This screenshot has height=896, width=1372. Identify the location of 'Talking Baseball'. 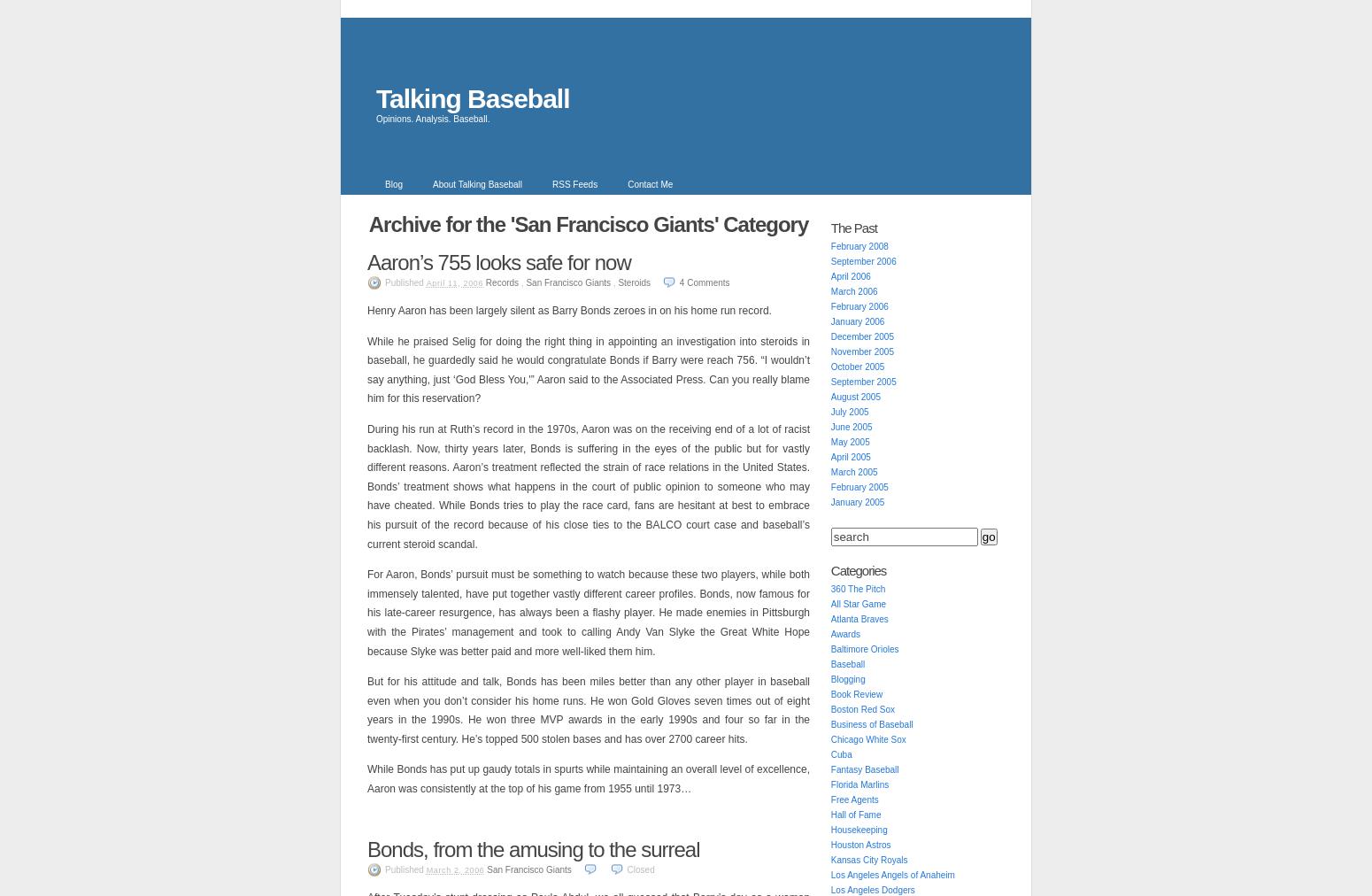
(471, 97).